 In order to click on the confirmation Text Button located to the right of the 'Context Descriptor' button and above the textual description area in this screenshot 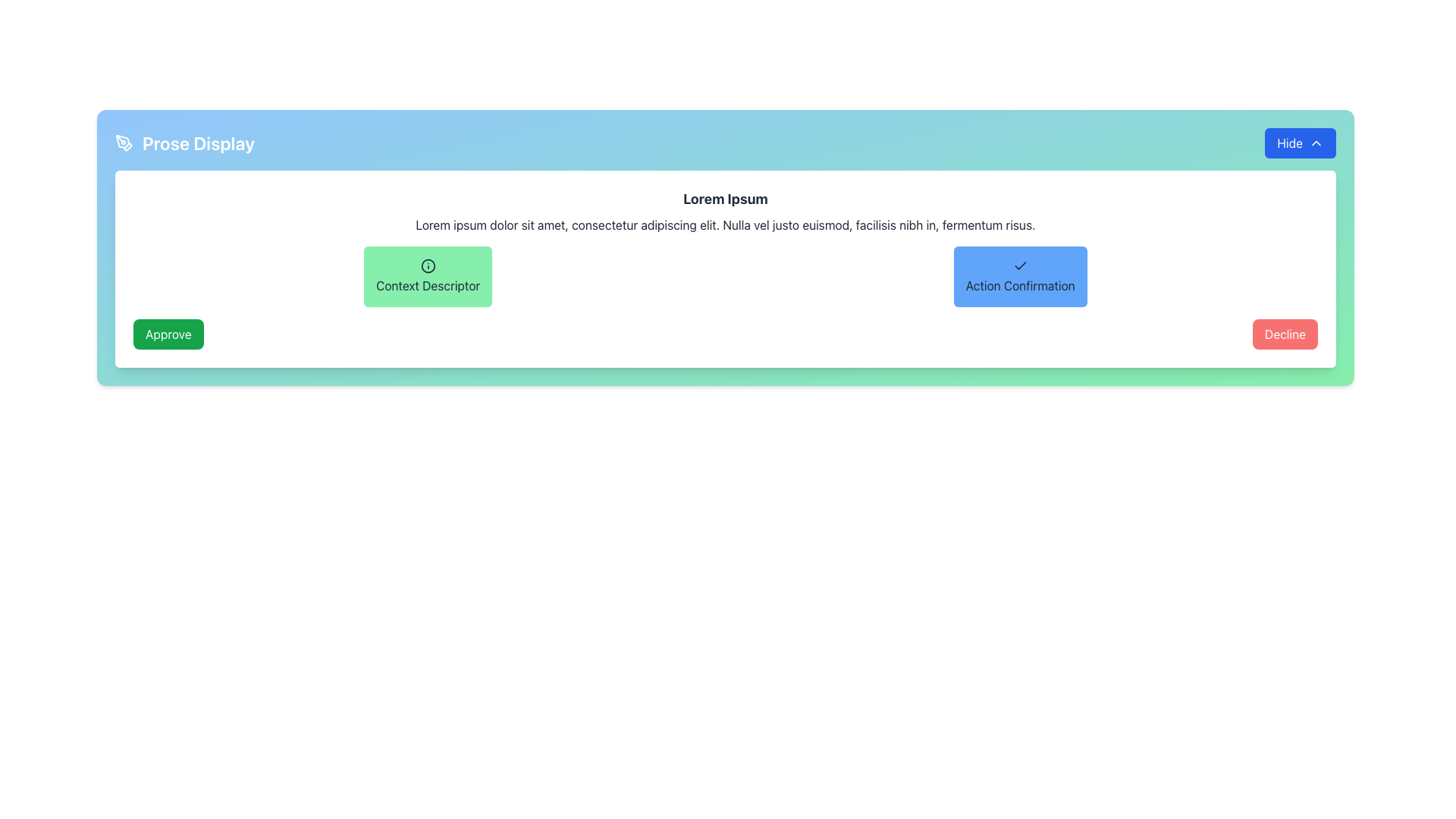, I will do `click(1020, 277)`.